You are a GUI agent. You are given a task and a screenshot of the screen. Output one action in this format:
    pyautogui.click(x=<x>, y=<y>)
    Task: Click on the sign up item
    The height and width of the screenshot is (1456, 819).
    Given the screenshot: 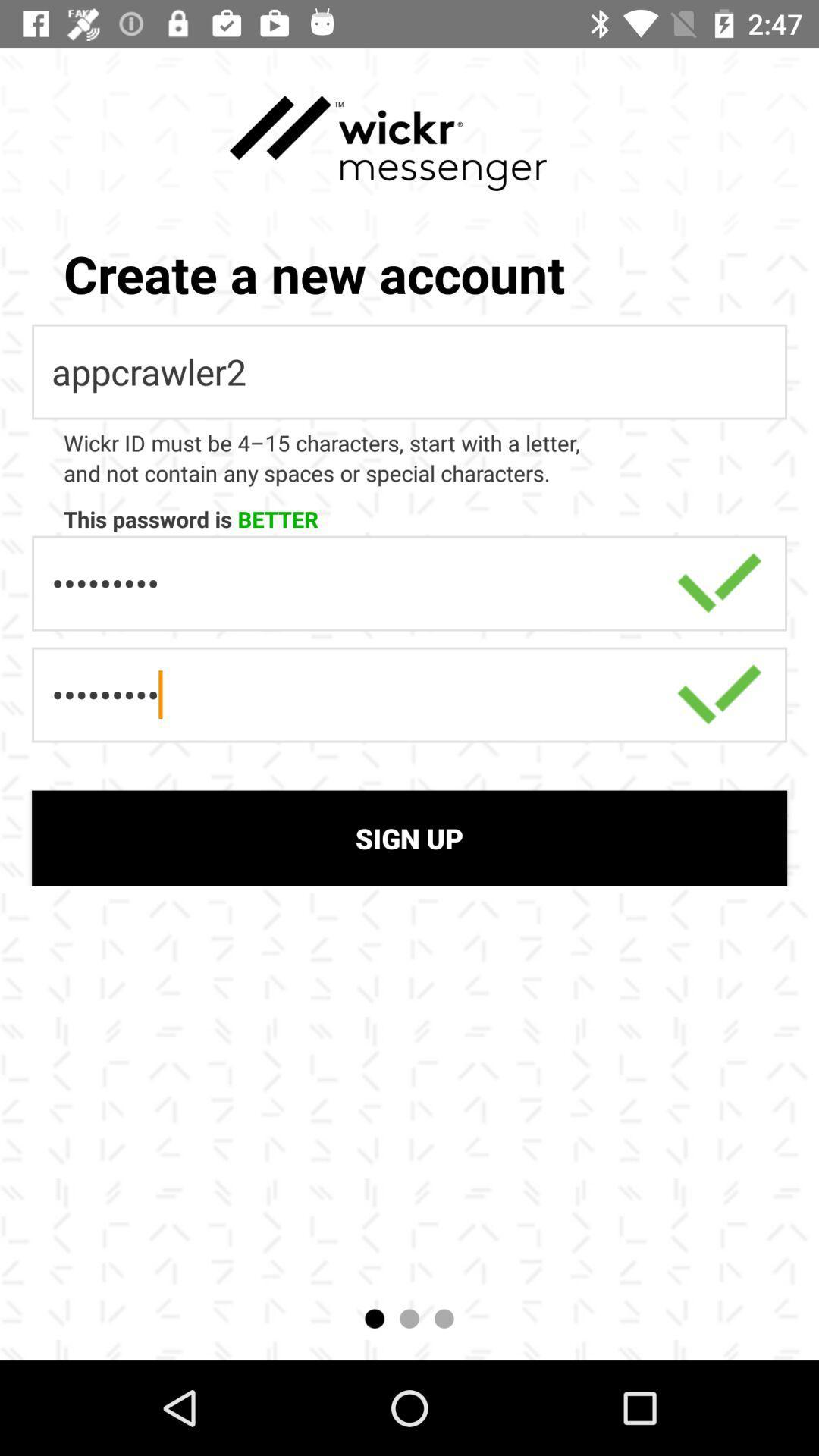 What is the action you would take?
    pyautogui.click(x=409, y=837)
    